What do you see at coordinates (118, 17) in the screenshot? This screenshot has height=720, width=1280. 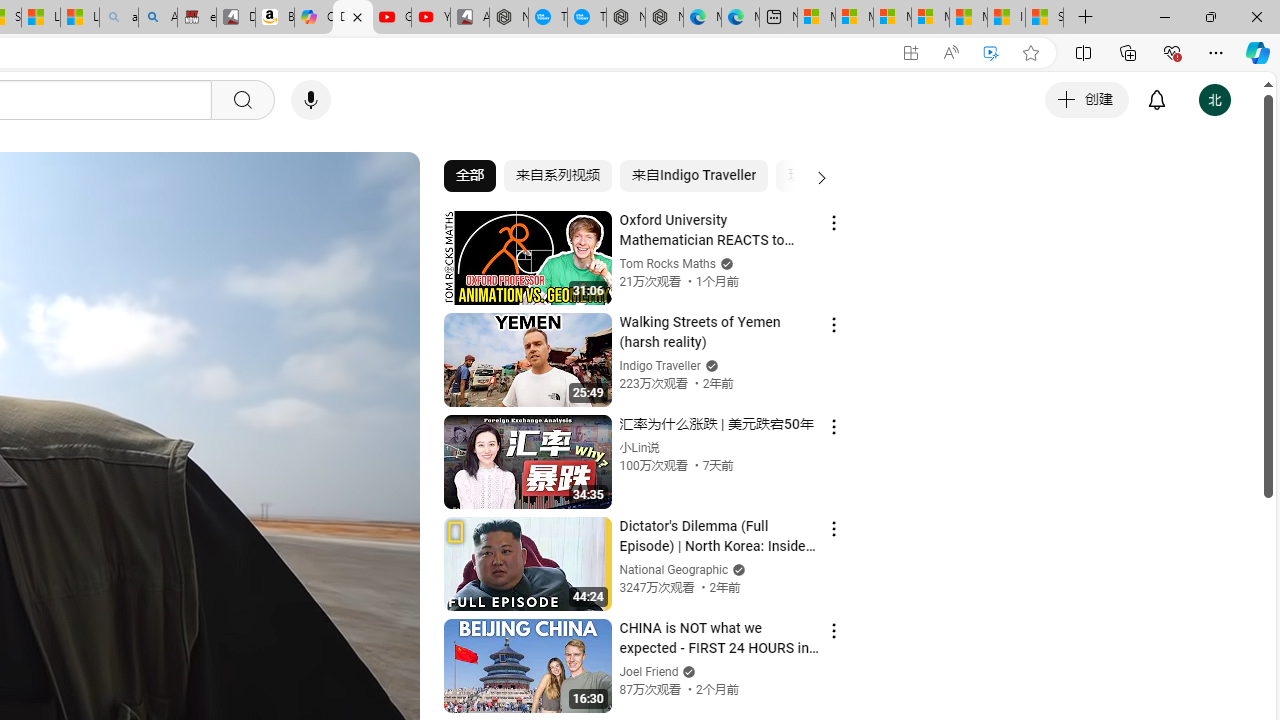 I see `'amazon - Search - Sleeping'` at bounding box center [118, 17].